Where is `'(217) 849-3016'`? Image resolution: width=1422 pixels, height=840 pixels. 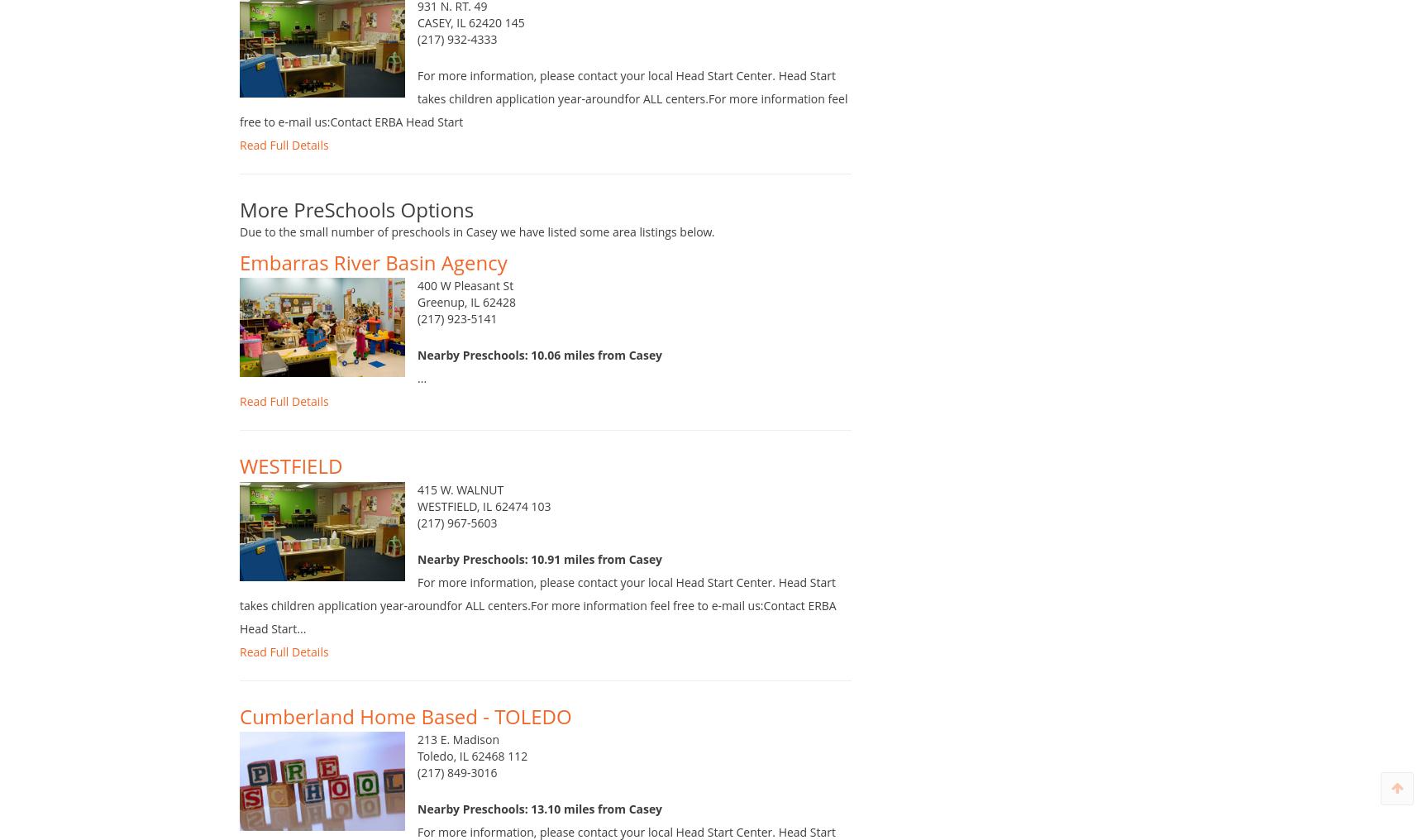 '(217) 849-3016' is located at coordinates (456, 790).